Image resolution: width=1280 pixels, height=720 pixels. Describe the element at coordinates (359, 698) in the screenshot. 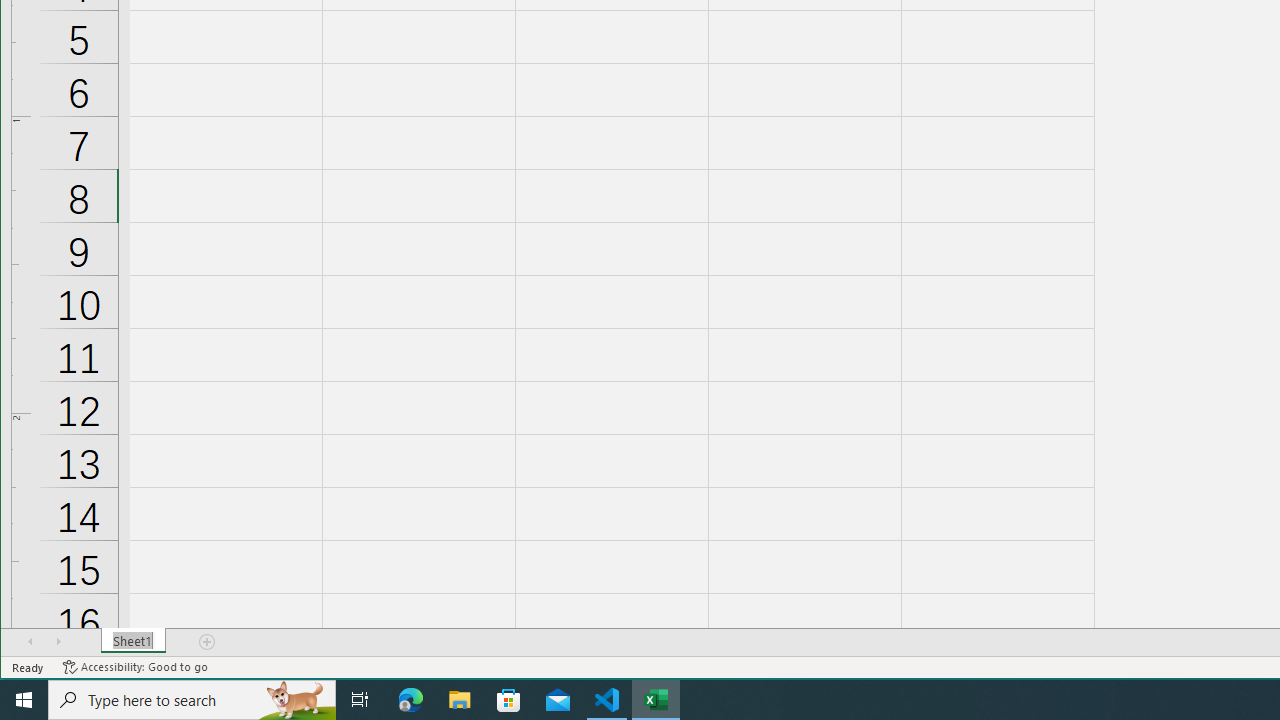

I see `'Task View'` at that location.